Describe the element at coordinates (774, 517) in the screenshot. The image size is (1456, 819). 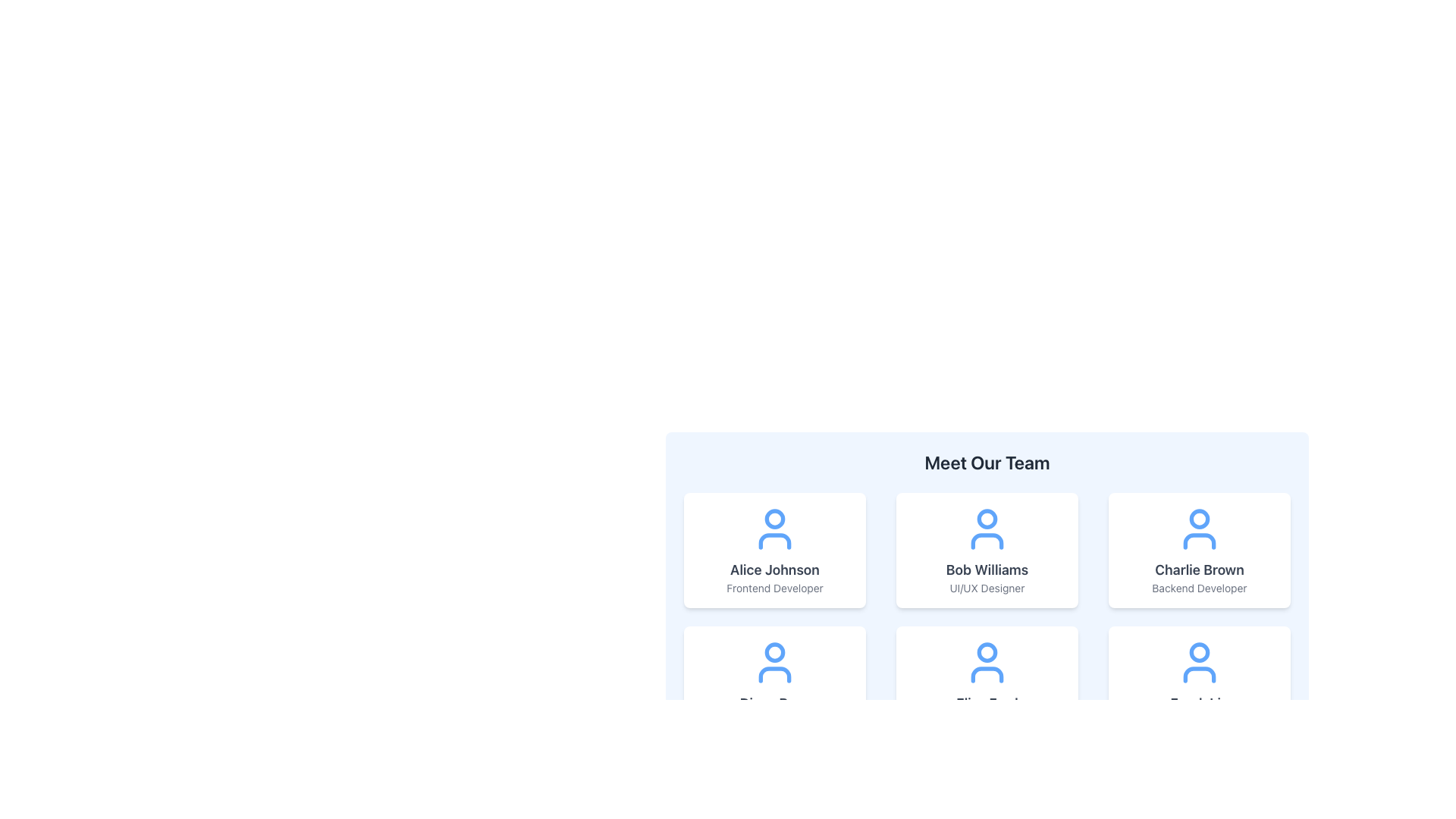
I see `the head of the avatar icon representing Alice Johnson in the top-left card under the 'Meet Our Team' section to interact with the avatar` at that location.